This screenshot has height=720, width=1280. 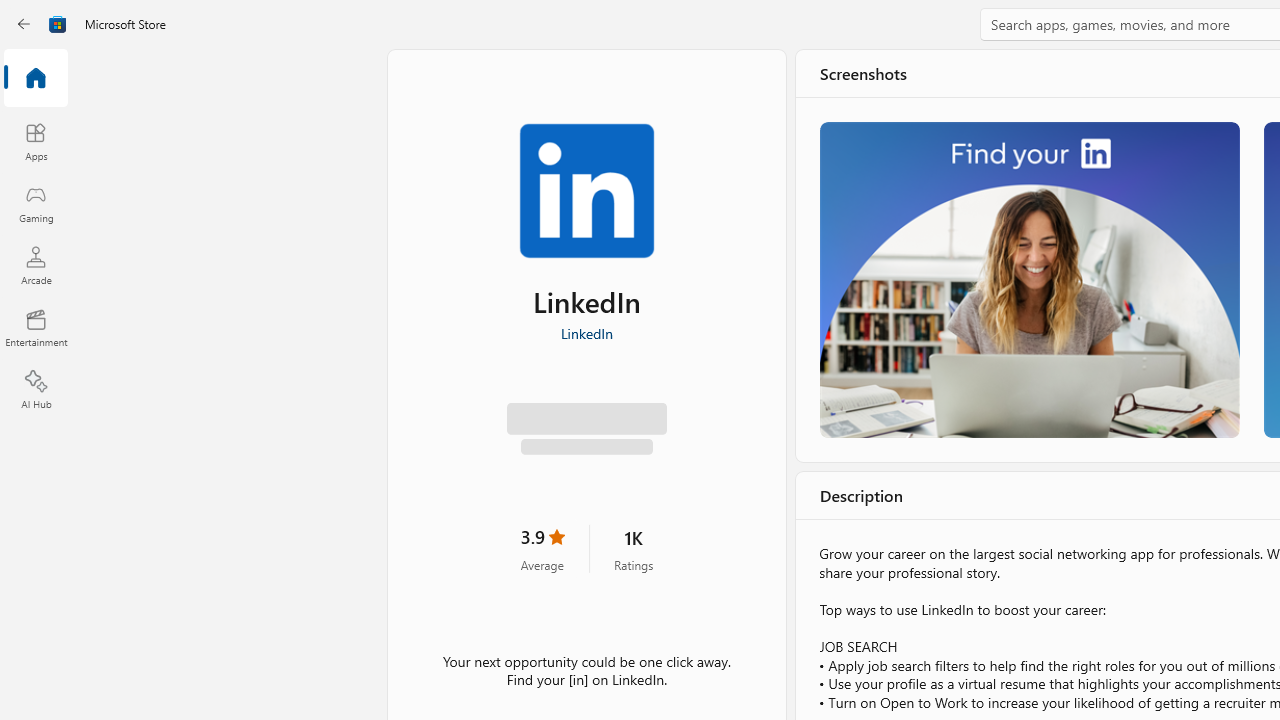 I want to click on 'Back', so click(x=24, y=24).